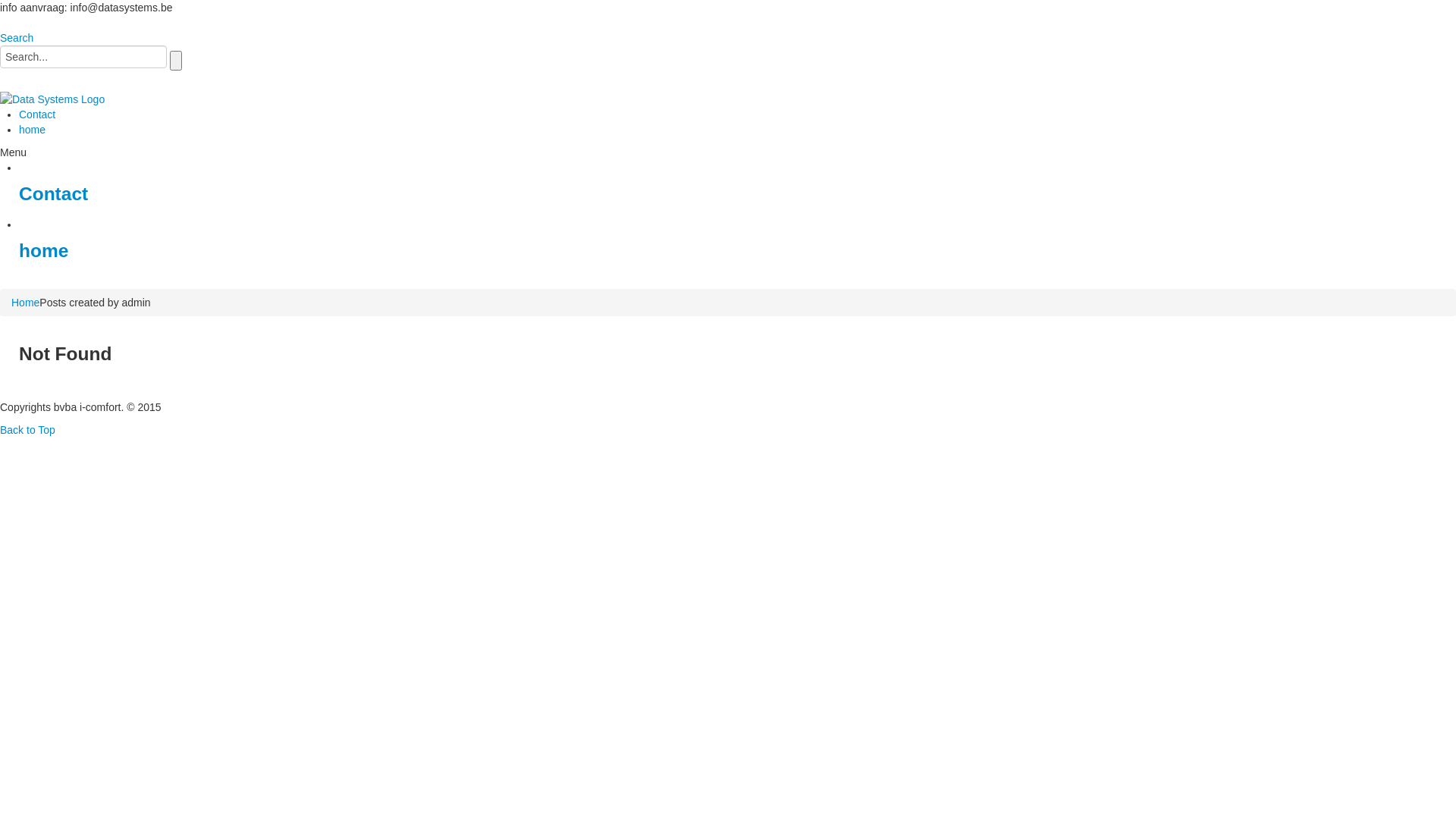  I want to click on 'Search', so click(0, 37).